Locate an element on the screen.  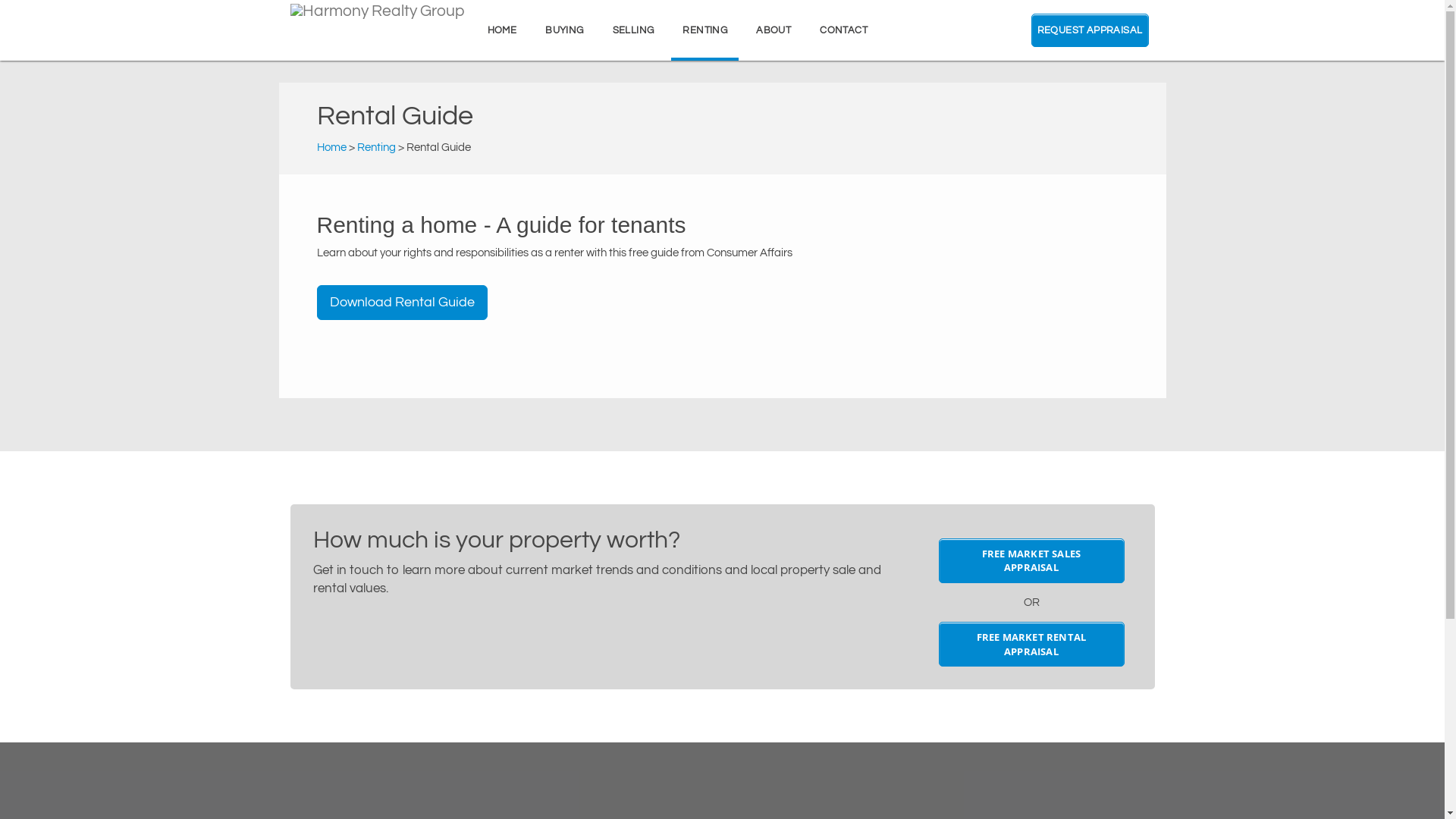
'RENTING' is located at coordinates (670, 30).